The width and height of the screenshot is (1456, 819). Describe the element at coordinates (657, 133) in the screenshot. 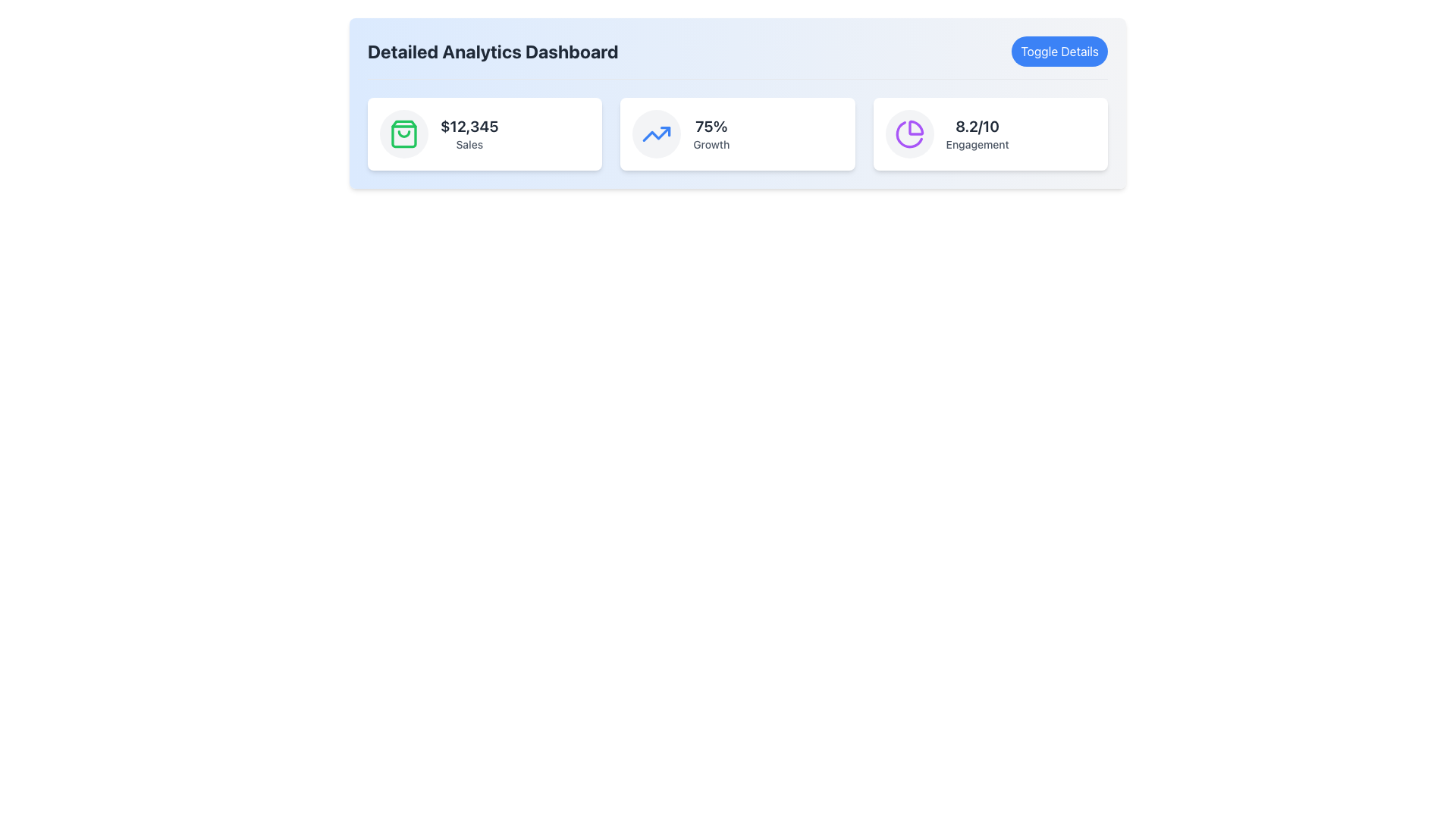

I see `the growth trend icon represented by the polyline graphic located in the second card under 'Detailed Analytics Dashboard'` at that location.